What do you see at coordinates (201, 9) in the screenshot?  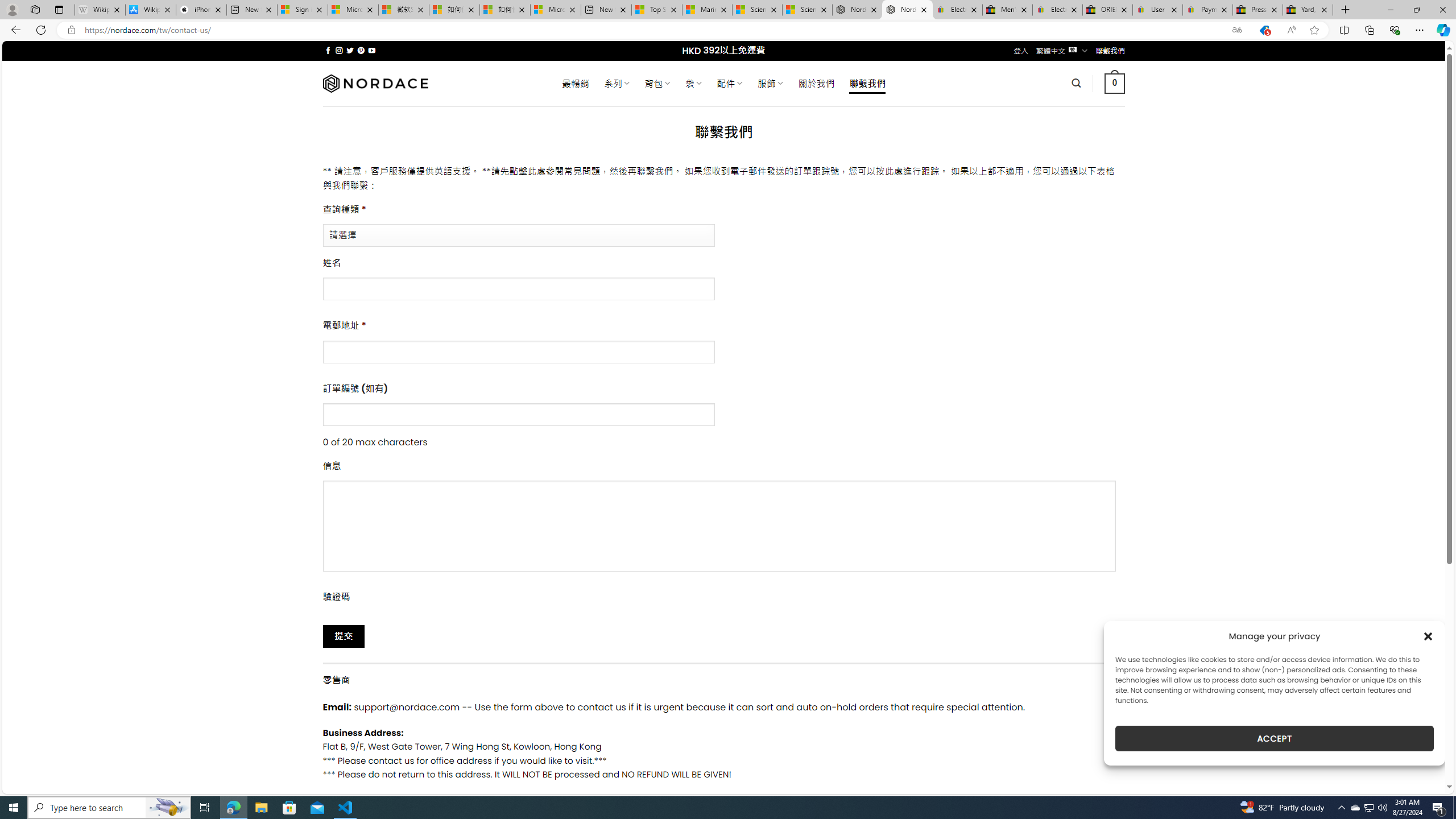 I see `'iPhone - Apple'` at bounding box center [201, 9].